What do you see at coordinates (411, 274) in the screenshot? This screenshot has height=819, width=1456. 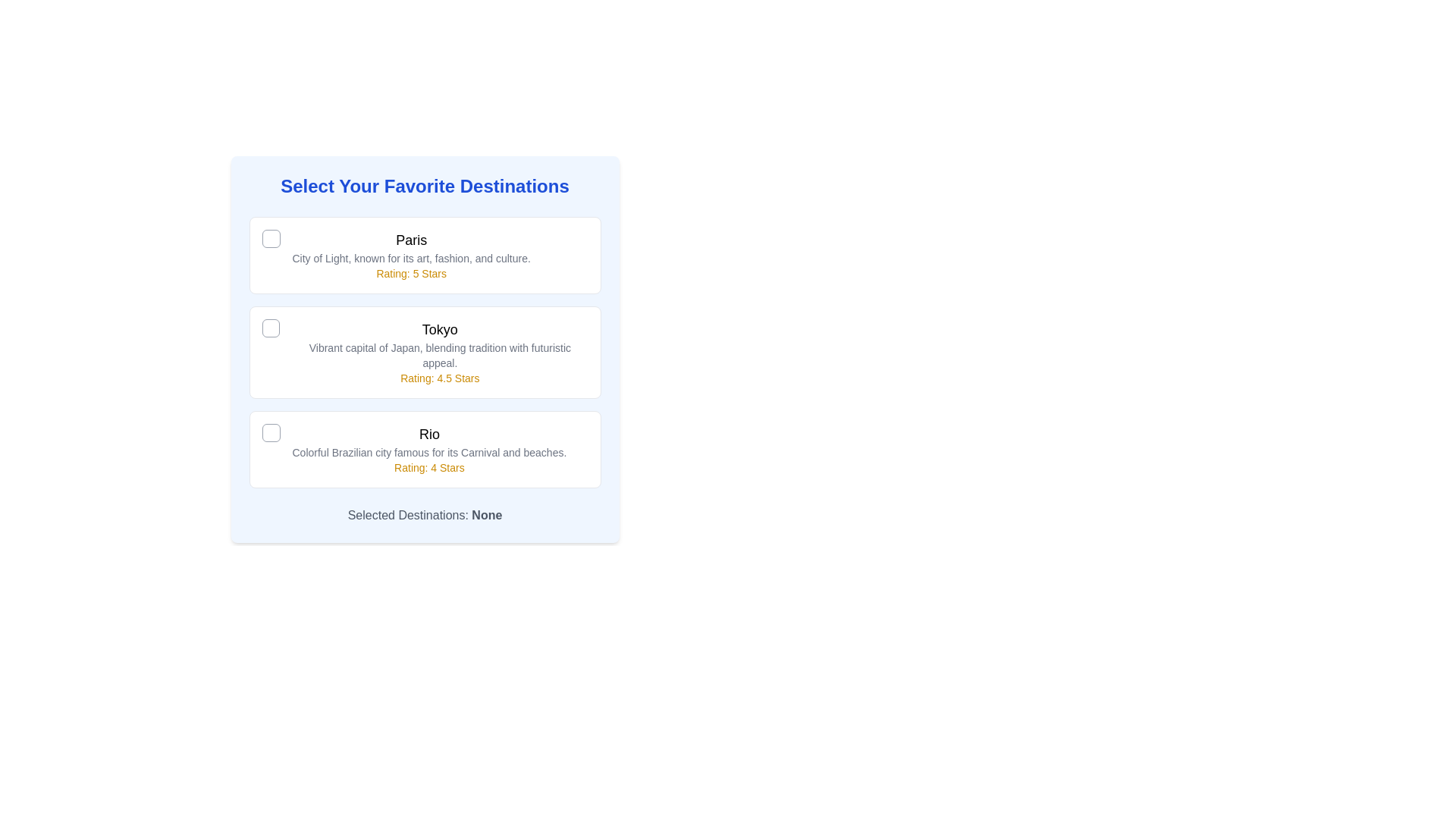 I see `the label displaying 'Rating: 5 Stars', which is styled in yellow-gold color and positioned below the description of 'Paris'` at bounding box center [411, 274].